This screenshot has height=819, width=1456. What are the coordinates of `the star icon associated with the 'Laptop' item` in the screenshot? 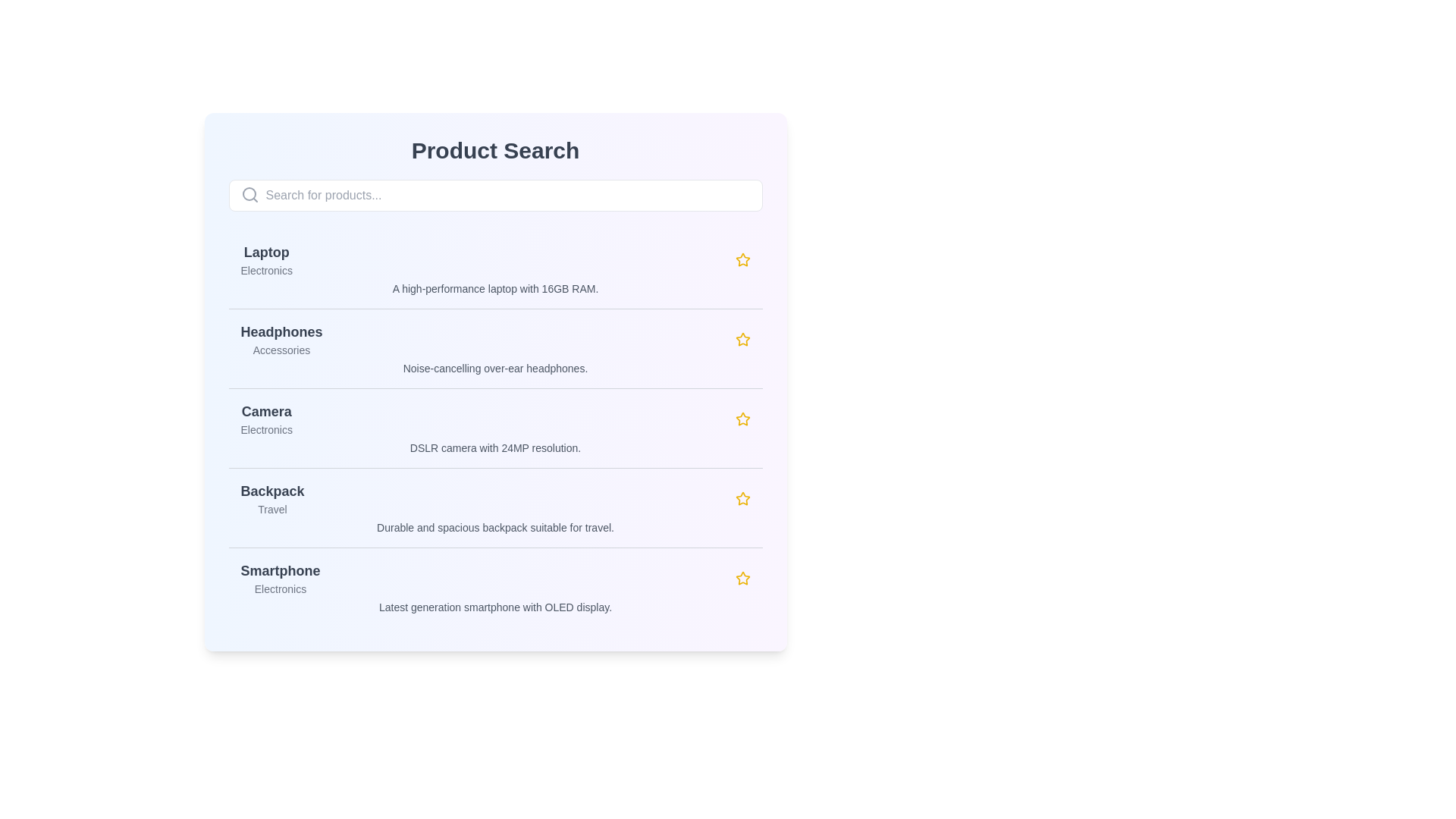 It's located at (742, 259).